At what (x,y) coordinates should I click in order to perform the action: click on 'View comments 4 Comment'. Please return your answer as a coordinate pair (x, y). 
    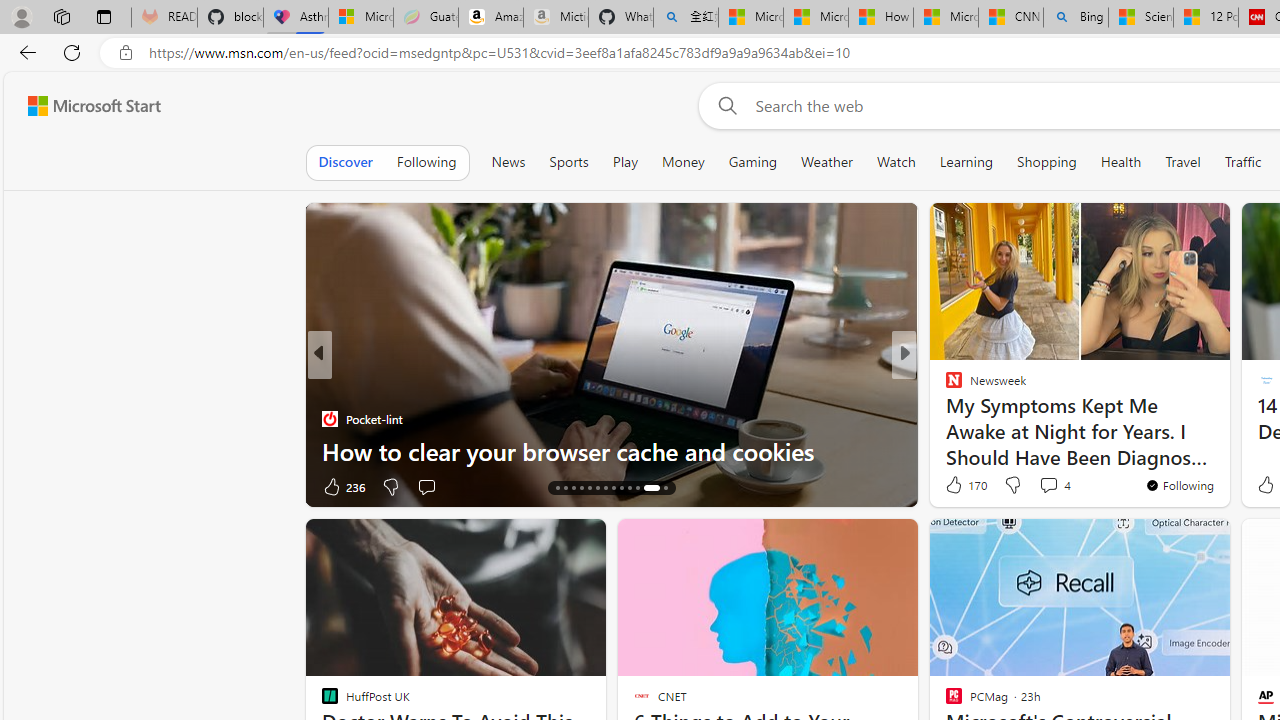
    Looking at the image, I should click on (1053, 484).